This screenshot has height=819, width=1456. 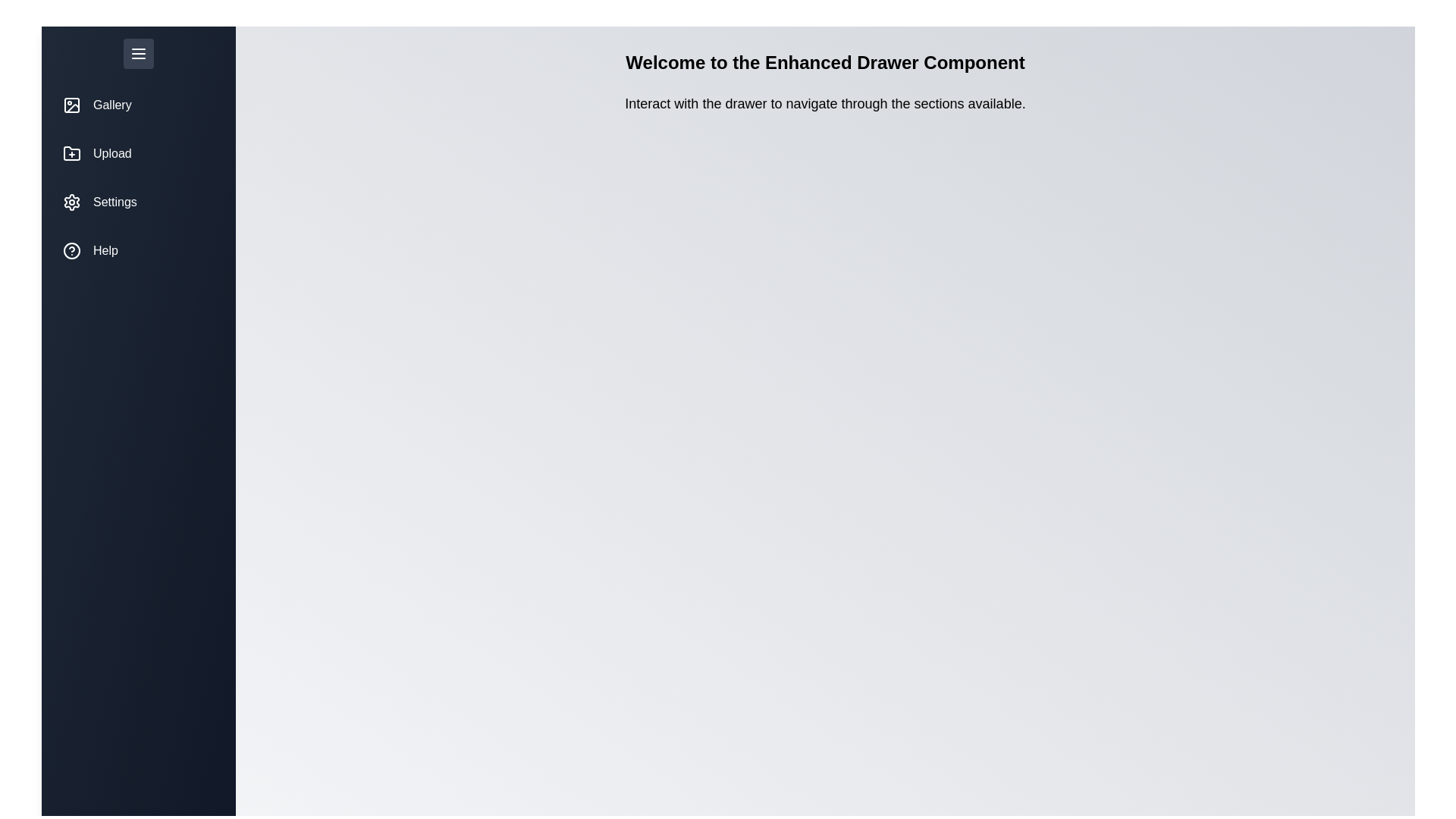 I want to click on the icon corresponding to the Gallery section, so click(x=71, y=104).